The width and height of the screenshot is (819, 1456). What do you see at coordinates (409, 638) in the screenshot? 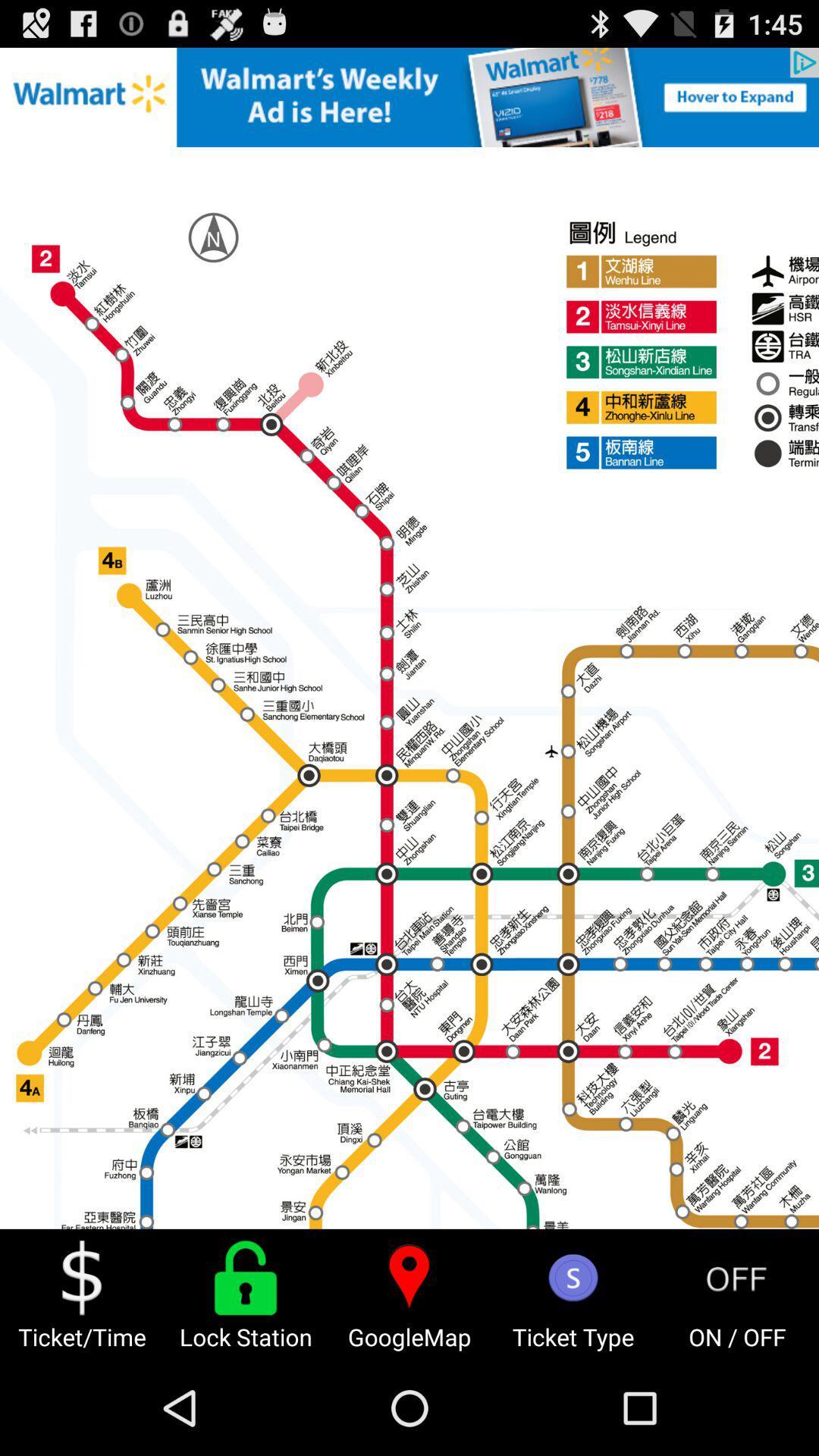
I see `map` at bounding box center [409, 638].